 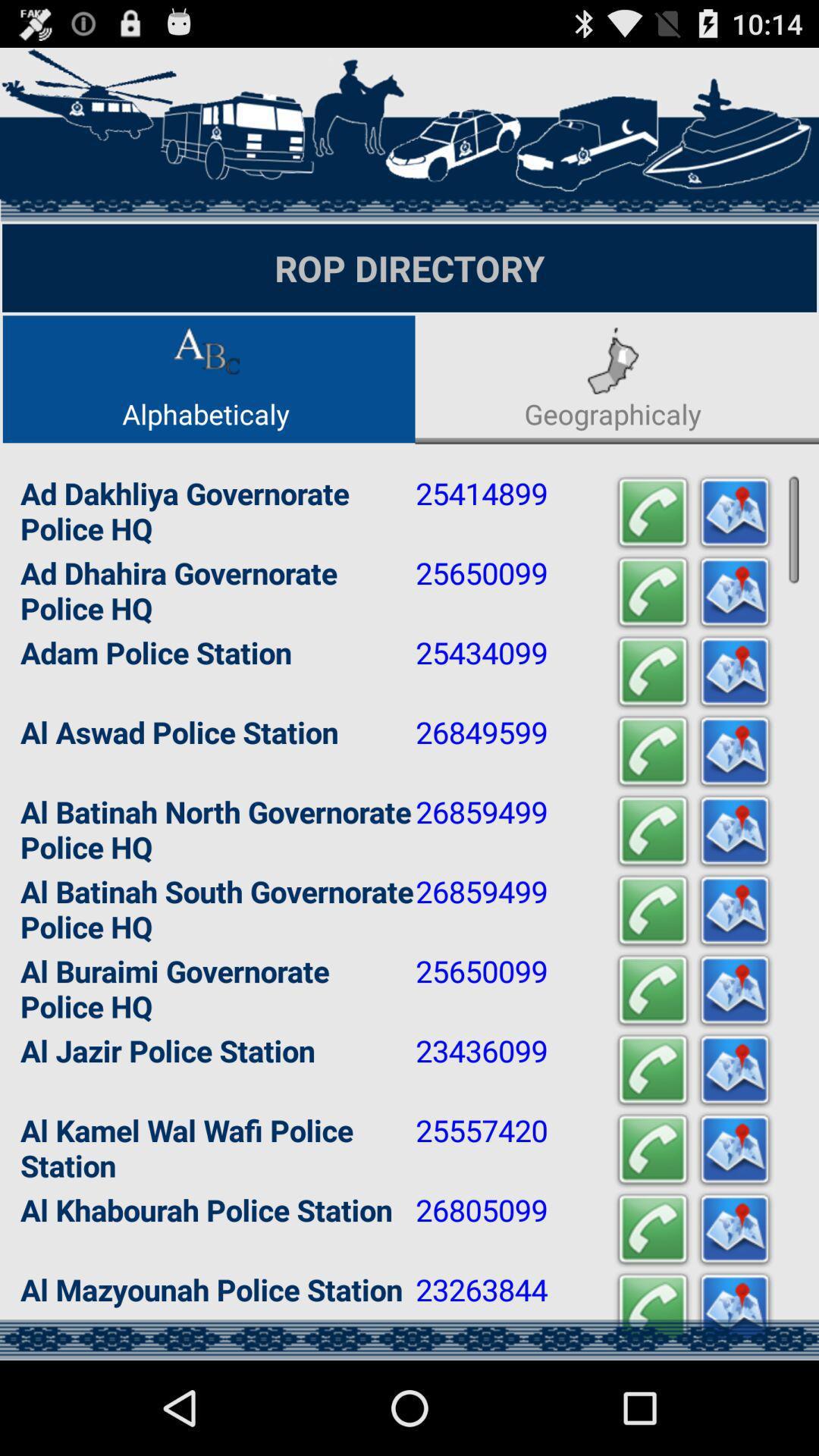 What do you see at coordinates (651, 1229) in the screenshot?
I see `call the police` at bounding box center [651, 1229].